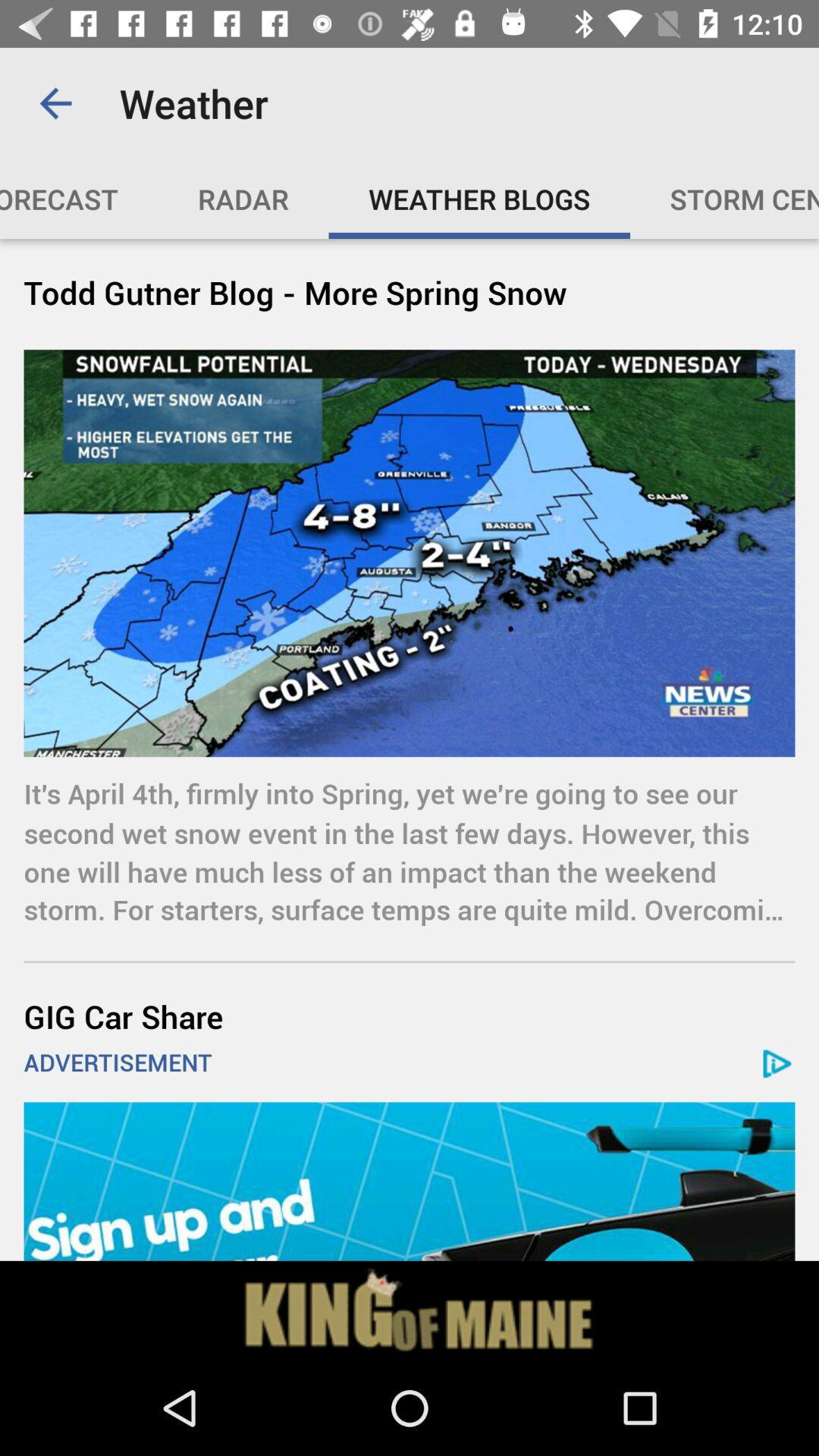 The image size is (819, 1456). I want to click on the item above the video forecast icon, so click(55, 102).